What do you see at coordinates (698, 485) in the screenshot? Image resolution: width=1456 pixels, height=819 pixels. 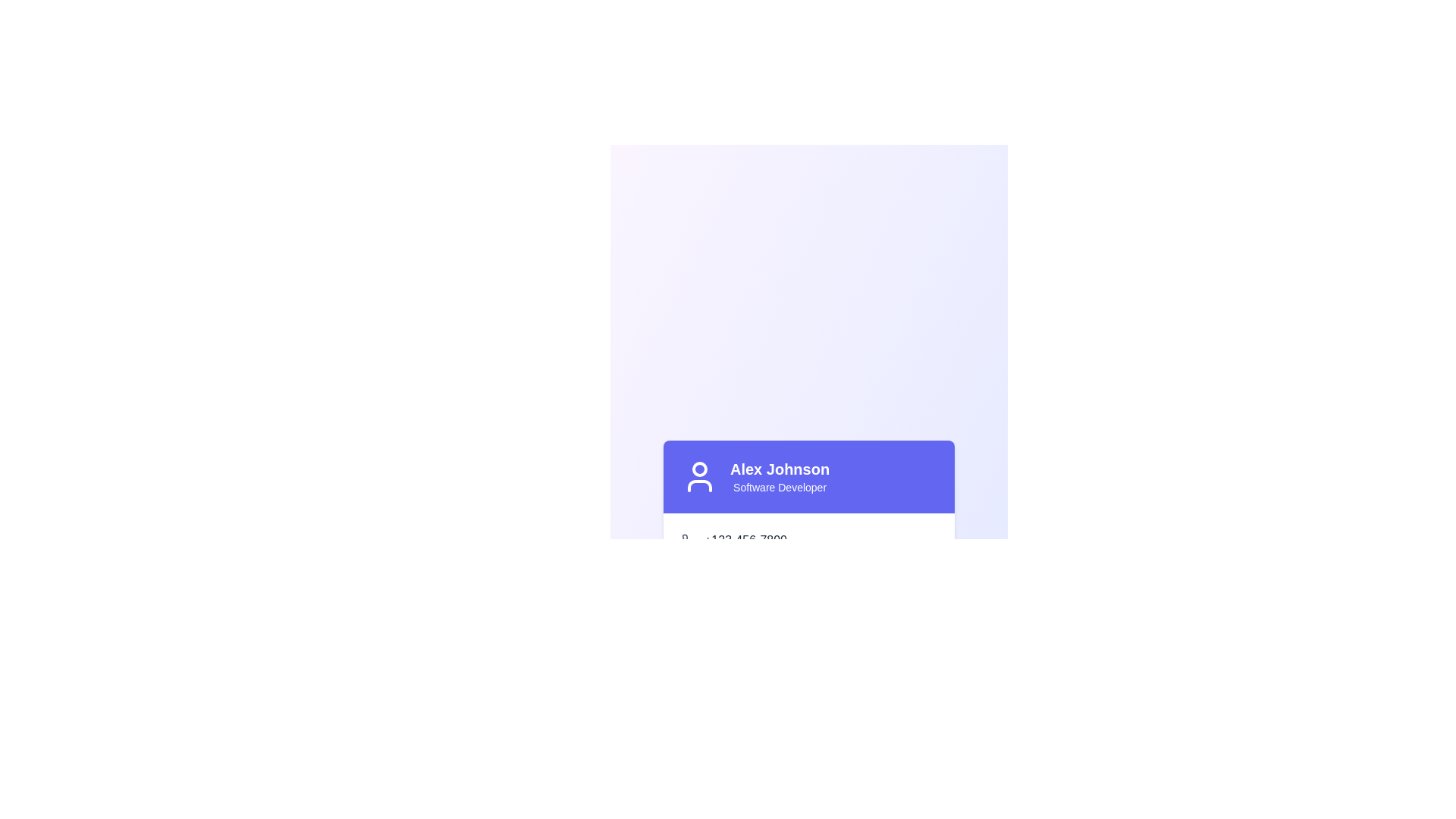 I see `the bottom-most vector graphic of the user profile icon, which is located to the left of the name 'Alex Johnson' and the job title 'Software Developer' in the purple header area` at bounding box center [698, 485].